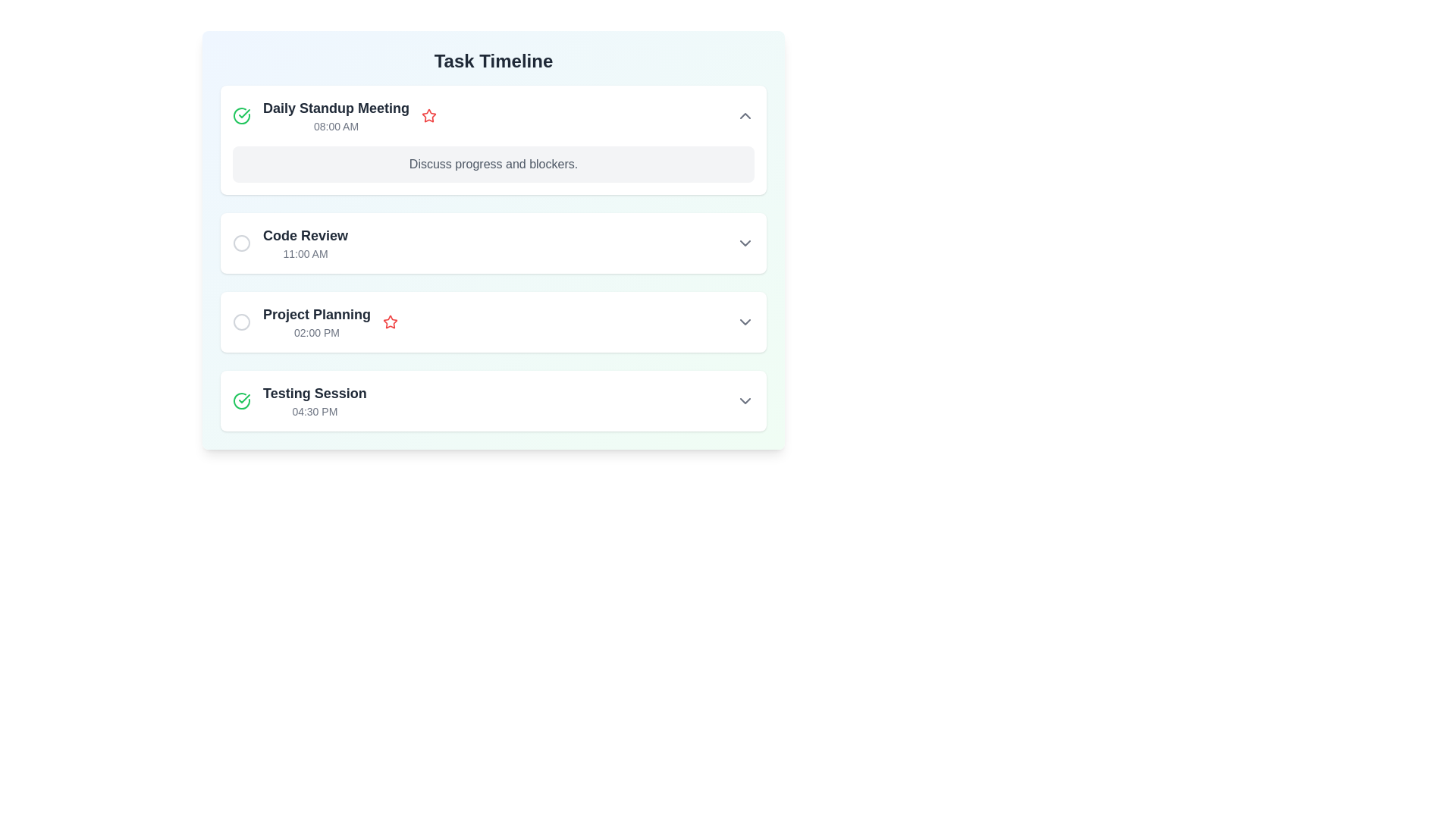  I want to click on the static text display showing the scheduled time '04:30 PM' for the task labeled 'Testing Session', which is located below the title in the task timeline section, so click(314, 412).